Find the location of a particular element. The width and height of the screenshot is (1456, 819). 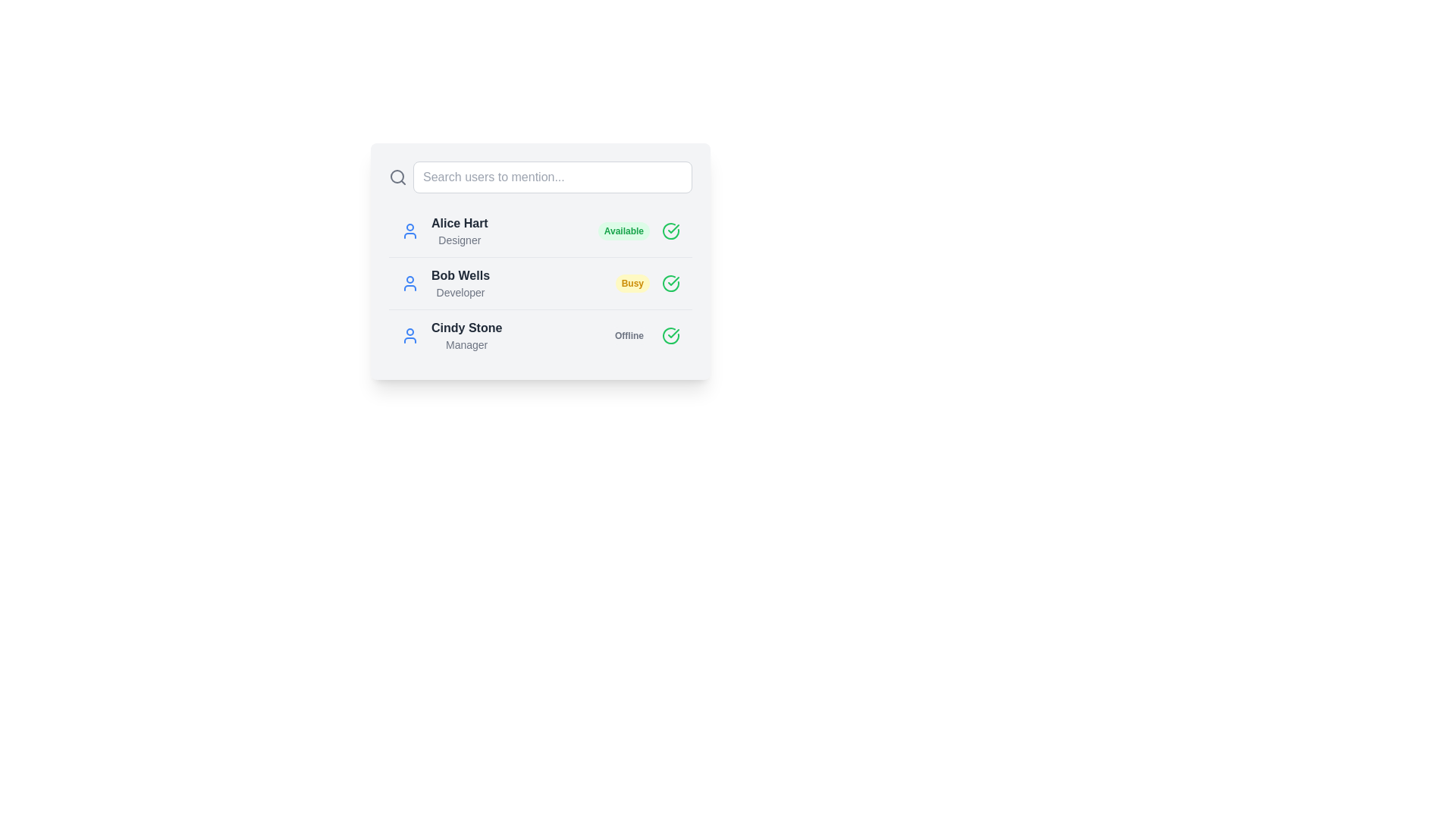

the bold-text label 'Cindy Stone' which is the third entry in the user list, positioned above the text 'Manager' is located at coordinates (466, 327).